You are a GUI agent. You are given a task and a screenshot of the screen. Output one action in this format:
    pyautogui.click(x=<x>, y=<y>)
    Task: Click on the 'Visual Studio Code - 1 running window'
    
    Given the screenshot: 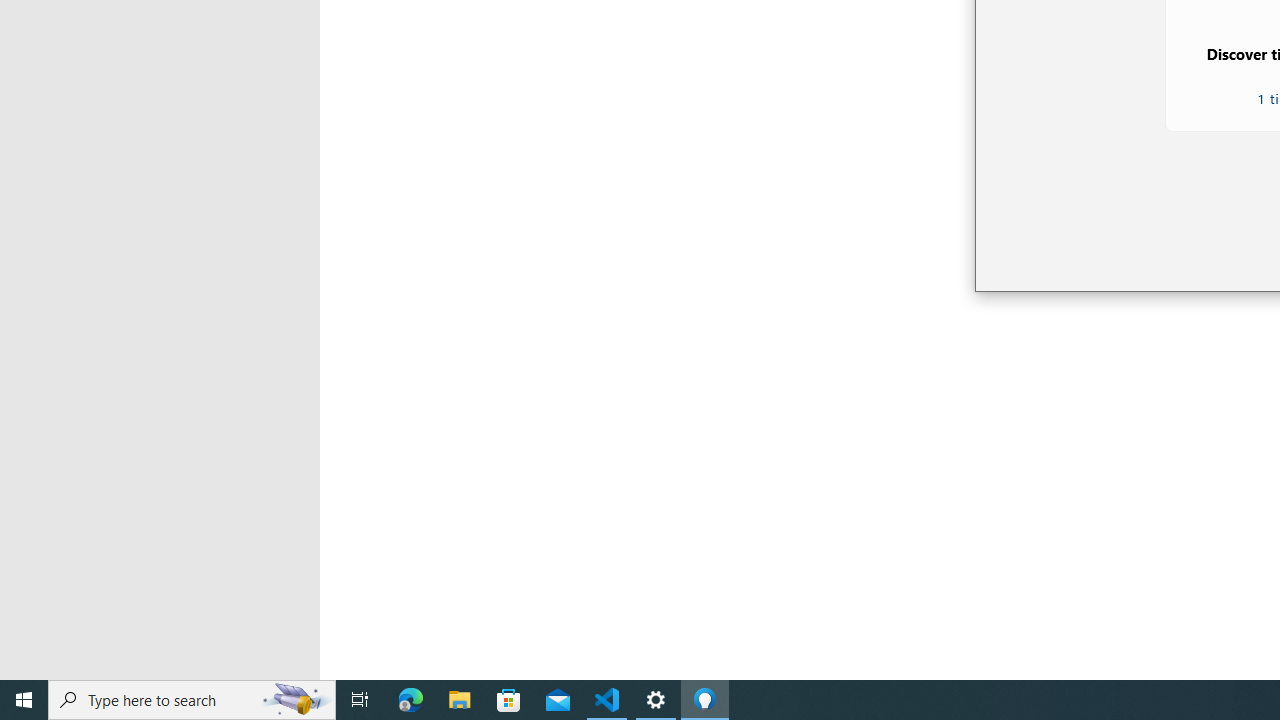 What is the action you would take?
    pyautogui.click(x=606, y=698)
    